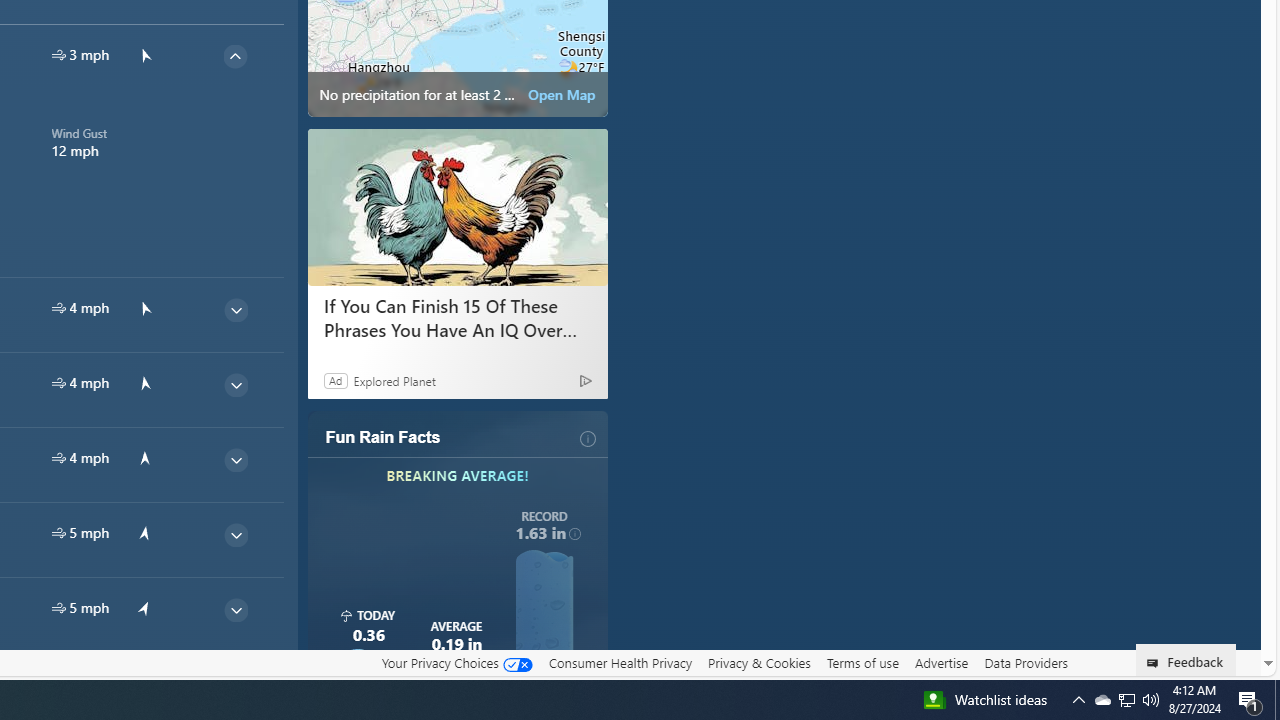 This screenshot has height=720, width=1280. What do you see at coordinates (1025, 662) in the screenshot?
I see `'Data Providers'` at bounding box center [1025, 662].